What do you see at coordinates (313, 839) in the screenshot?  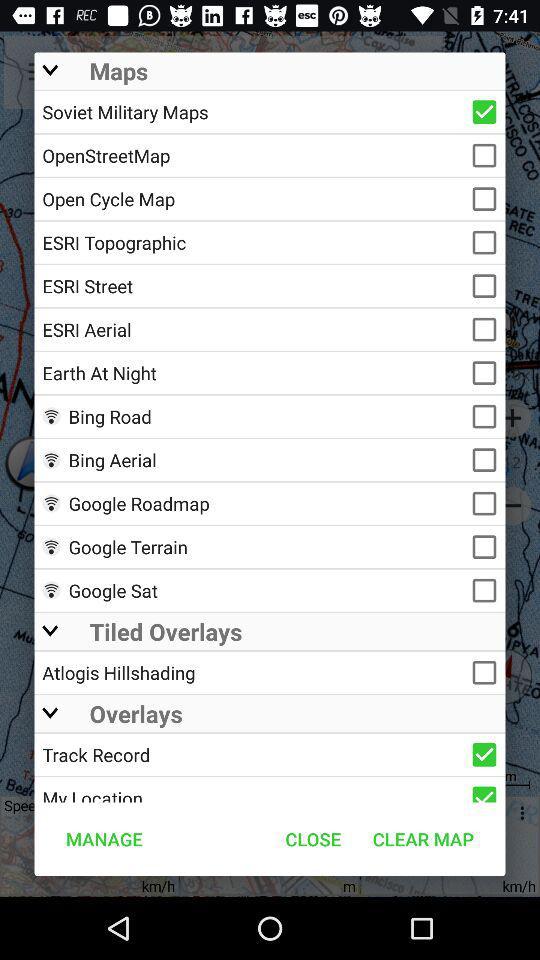 I see `icon next to manage` at bounding box center [313, 839].